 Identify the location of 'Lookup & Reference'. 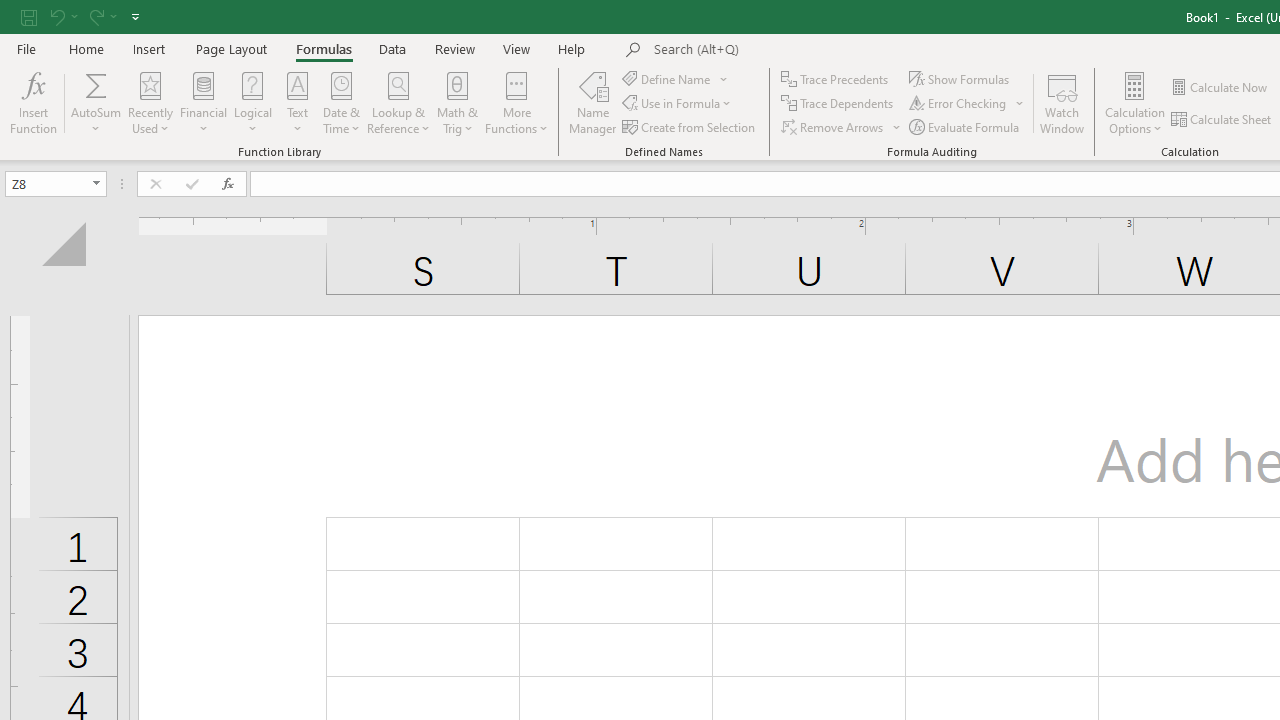
(398, 103).